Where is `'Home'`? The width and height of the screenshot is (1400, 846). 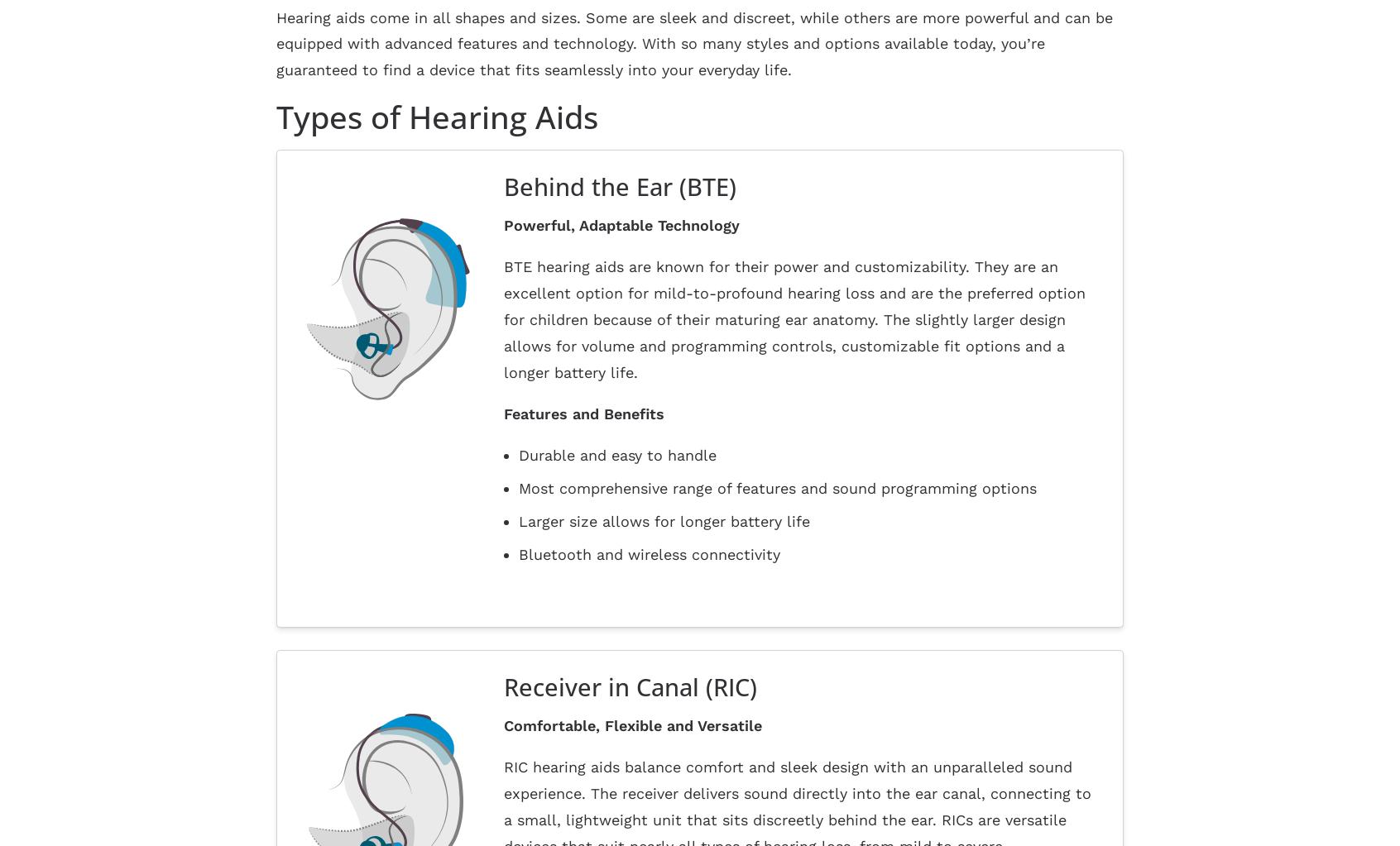 'Home' is located at coordinates (506, 600).